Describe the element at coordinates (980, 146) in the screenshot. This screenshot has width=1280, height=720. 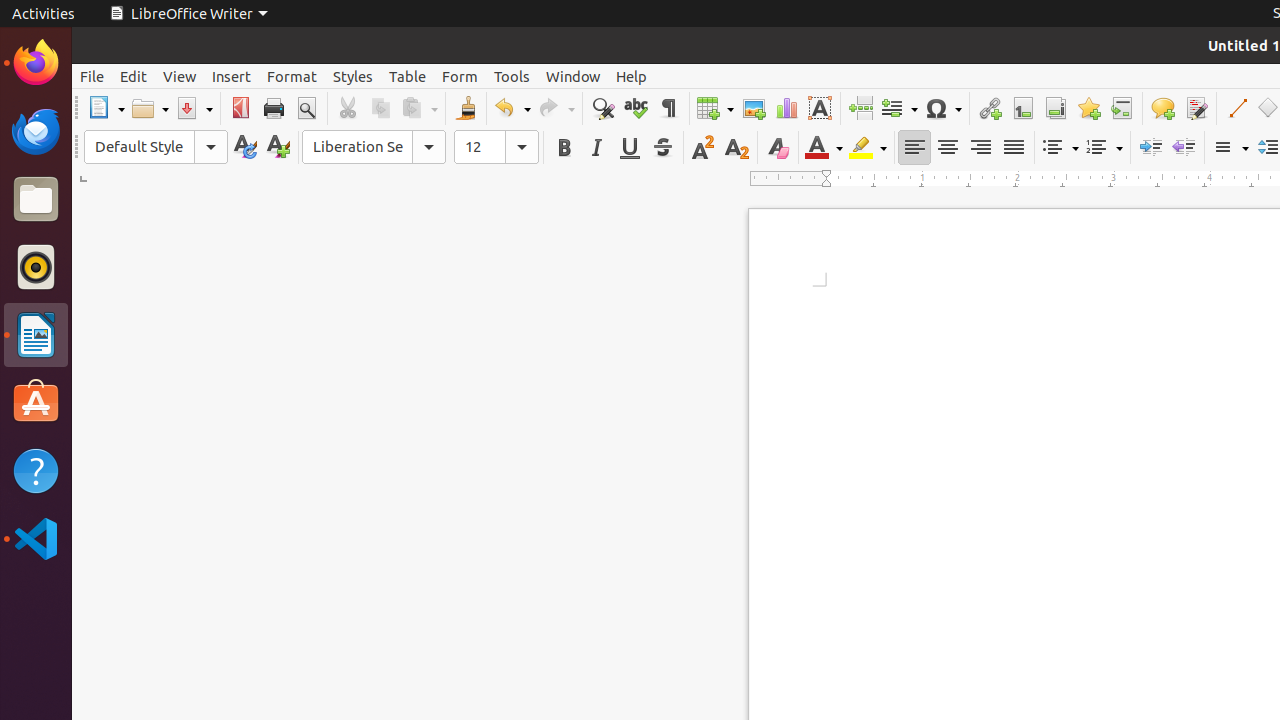
I see `'Right'` at that location.